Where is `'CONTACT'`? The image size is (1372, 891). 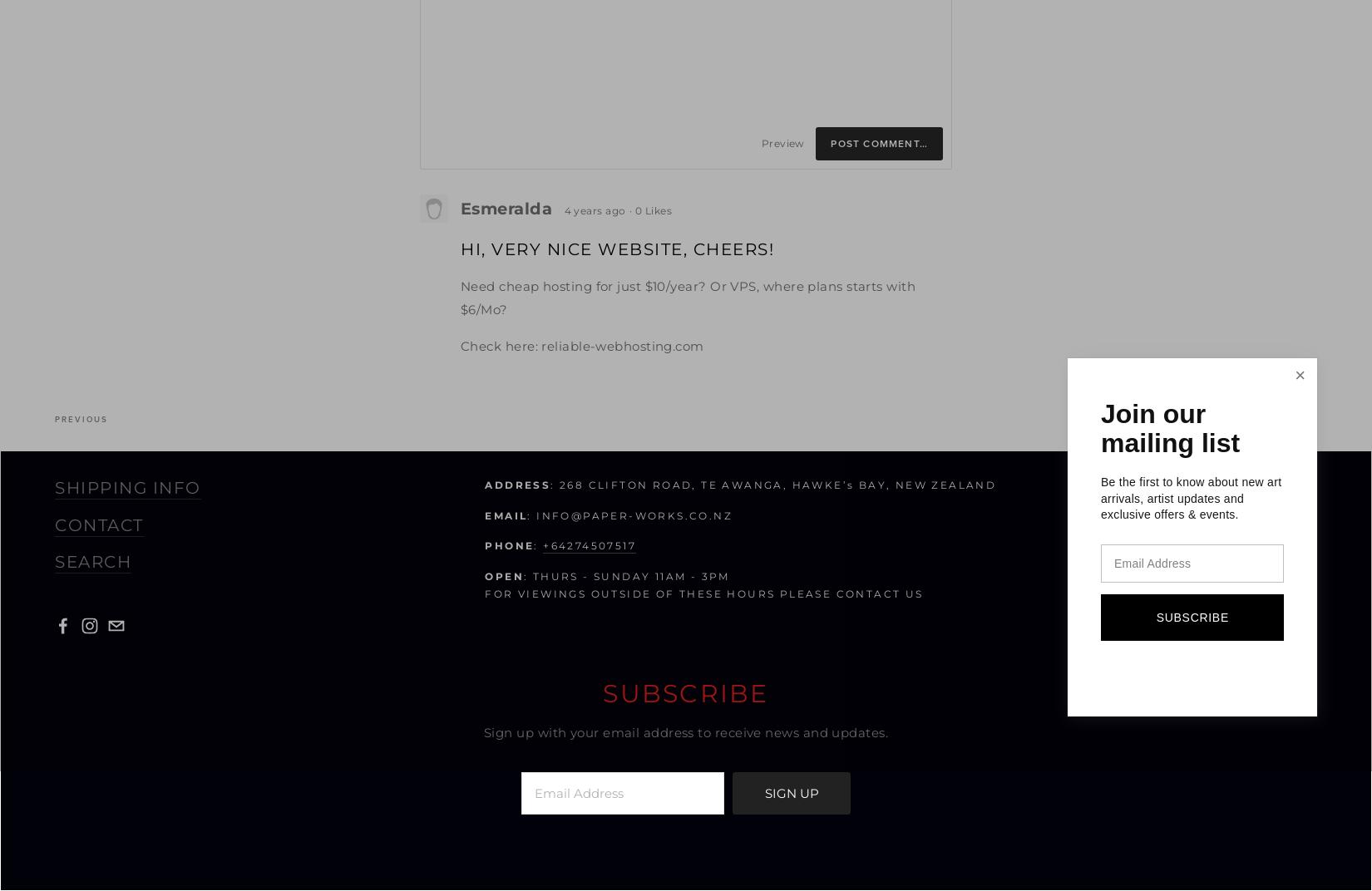 'CONTACT' is located at coordinates (98, 524).